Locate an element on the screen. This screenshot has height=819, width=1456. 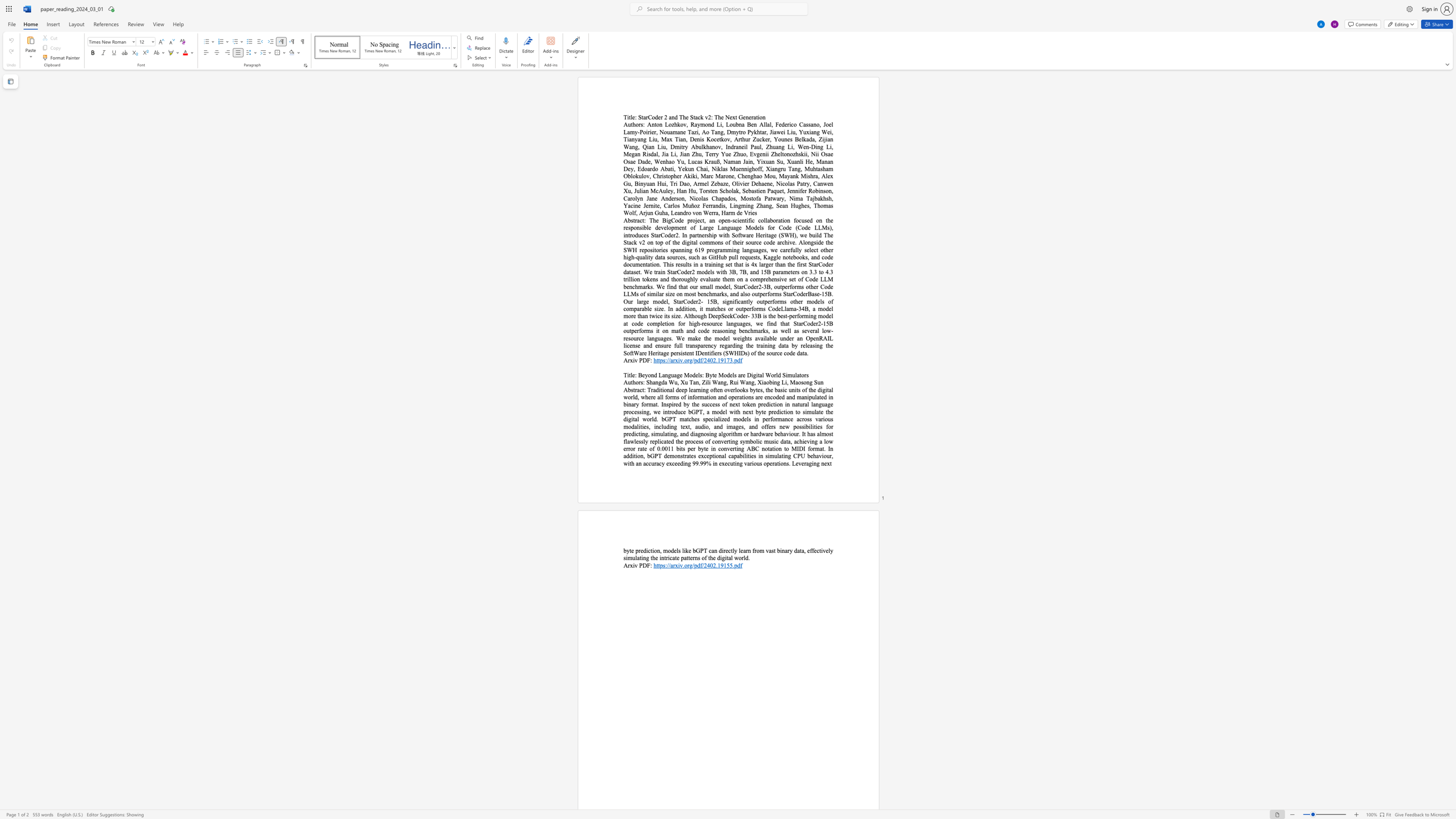
the subset text "rg/p" within the text "https://arxiv.org/pdf/2402.19155.pdf" is located at coordinates (687, 565).